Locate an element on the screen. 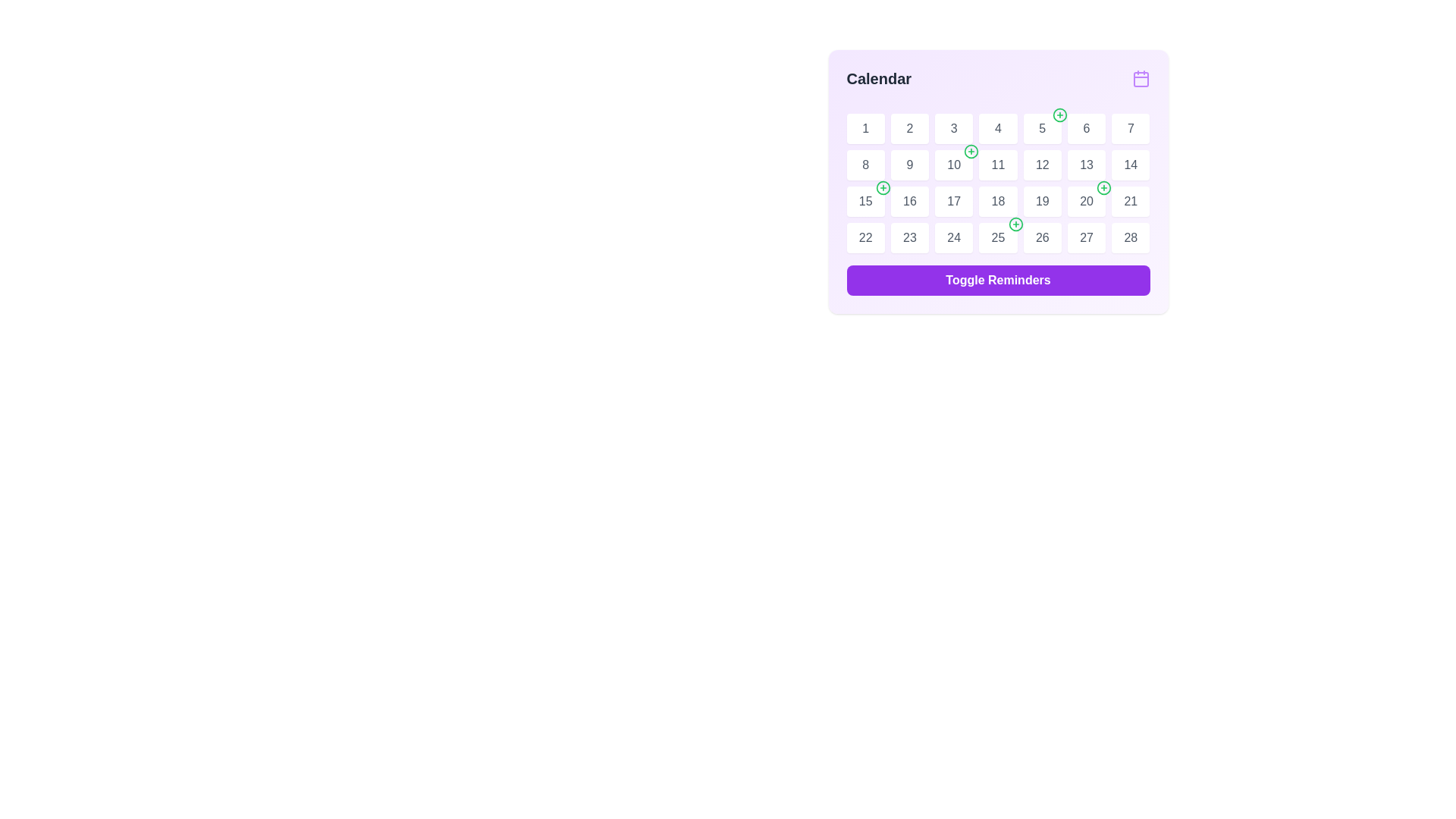 The image size is (1456, 819). the text label indicating the date '19' in the calendar interface, located in the third row and fourth column of the grid layout is located at coordinates (1041, 200).